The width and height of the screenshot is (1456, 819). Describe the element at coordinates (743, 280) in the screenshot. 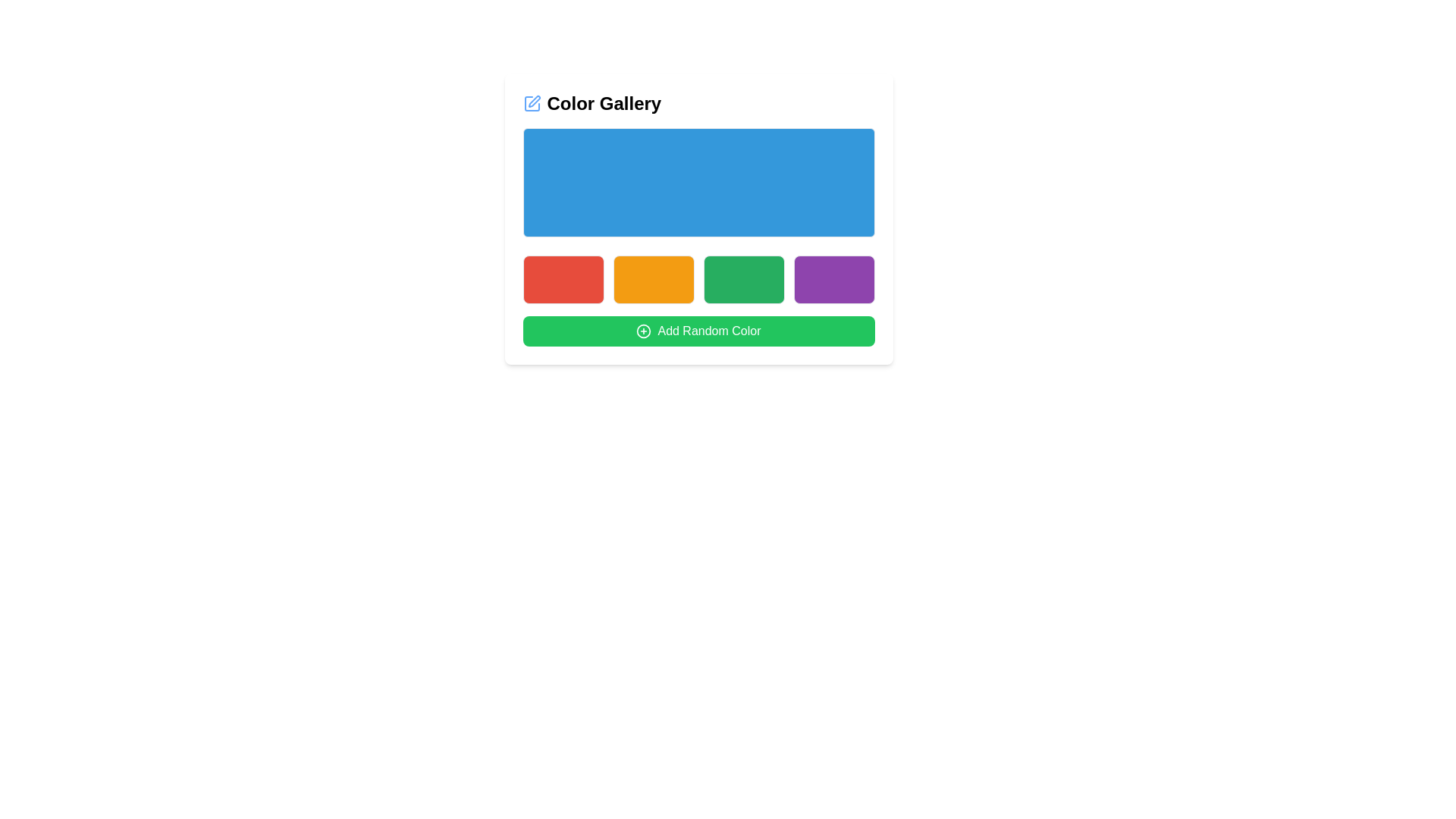

I see `the interactive button located in the grid layout, which is the third item, positioned between an orange box and a purple box at the lower central part of the grid` at that location.